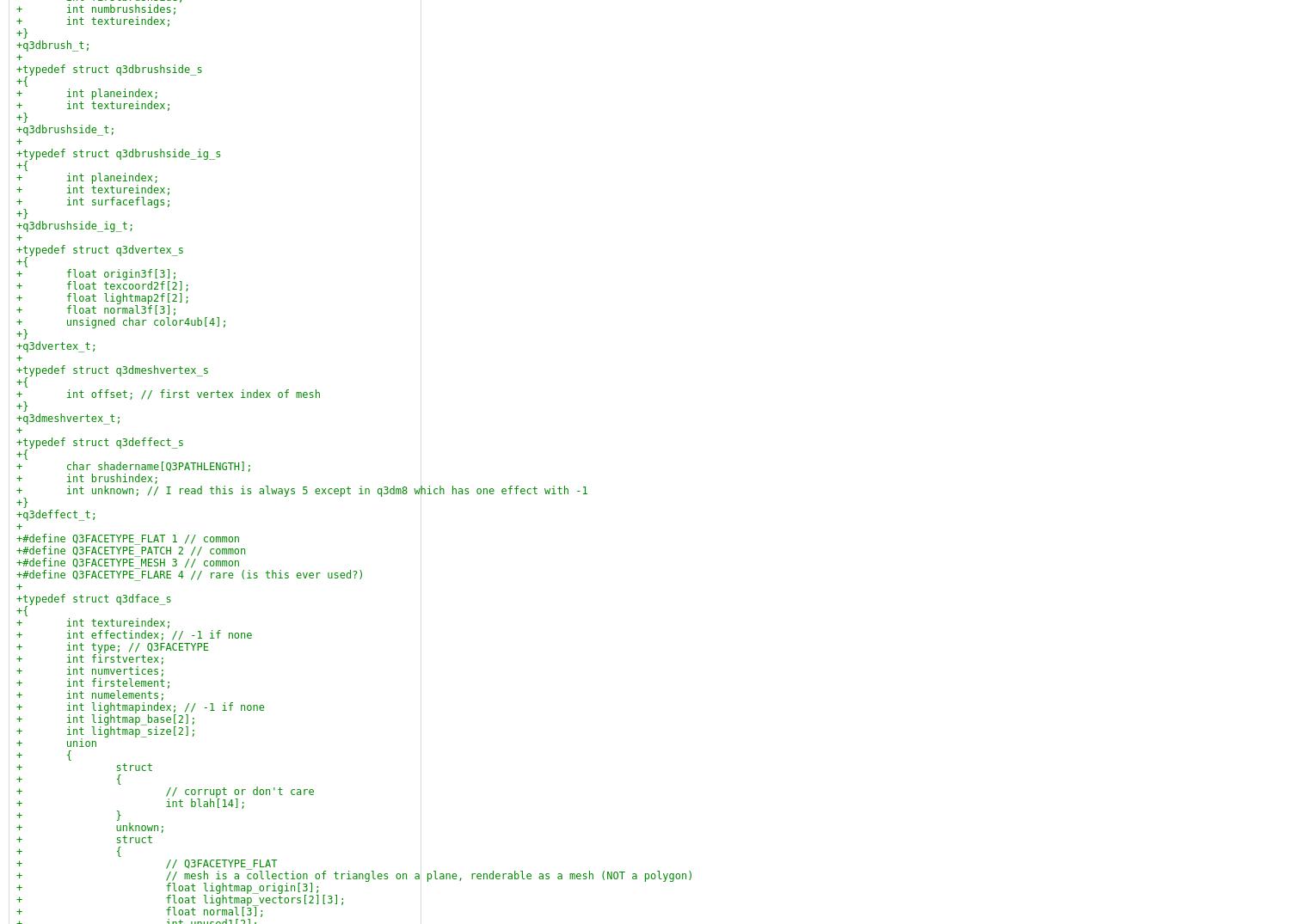  I want to click on '+q3dbrushside_ig_t;', so click(74, 226).